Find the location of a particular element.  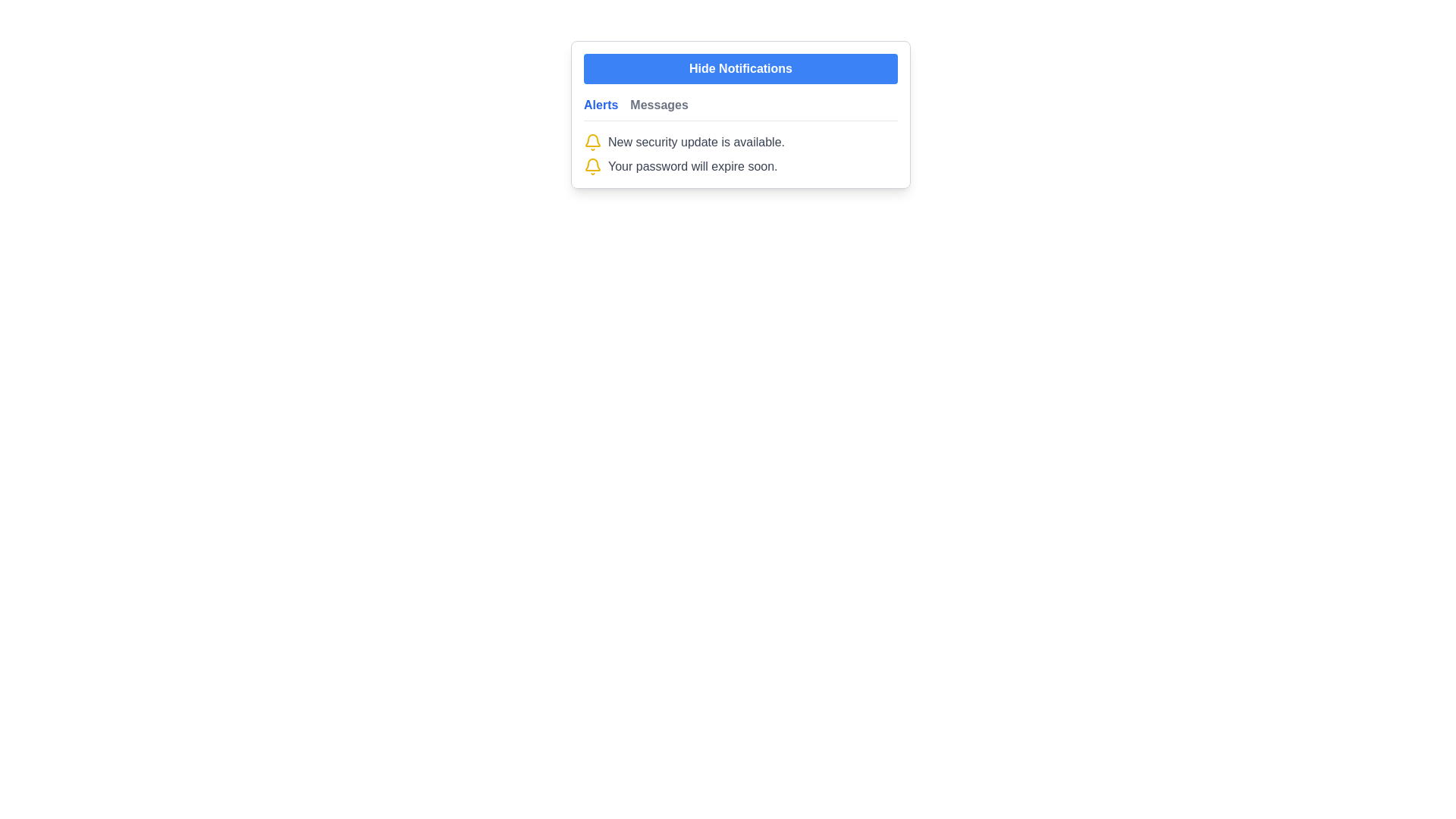

notification message that says 'New security update is available. Your password will expire soon.' which is the second notification under 'Alerts Messages.' is located at coordinates (741, 155).